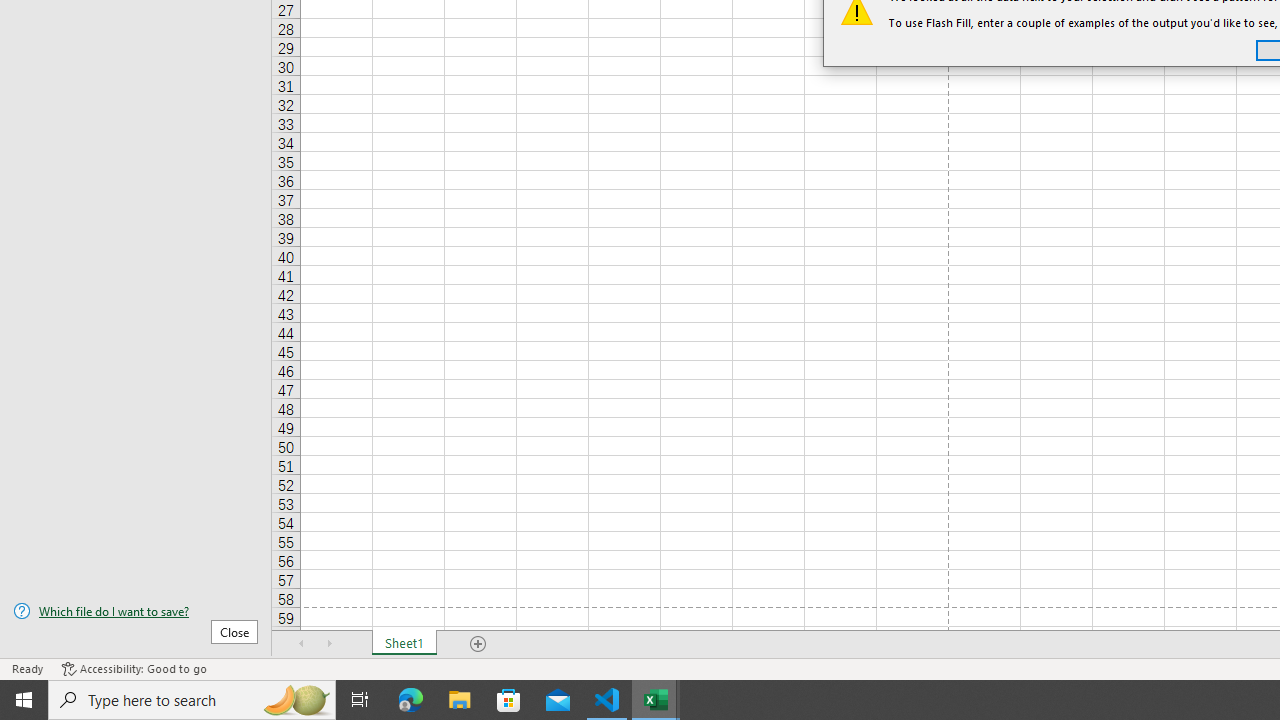 This screenshot has width=1280, height=720. Describe the element at coordinates (192, 698) in the screenshot. I see `'Type here to search'` at that location.